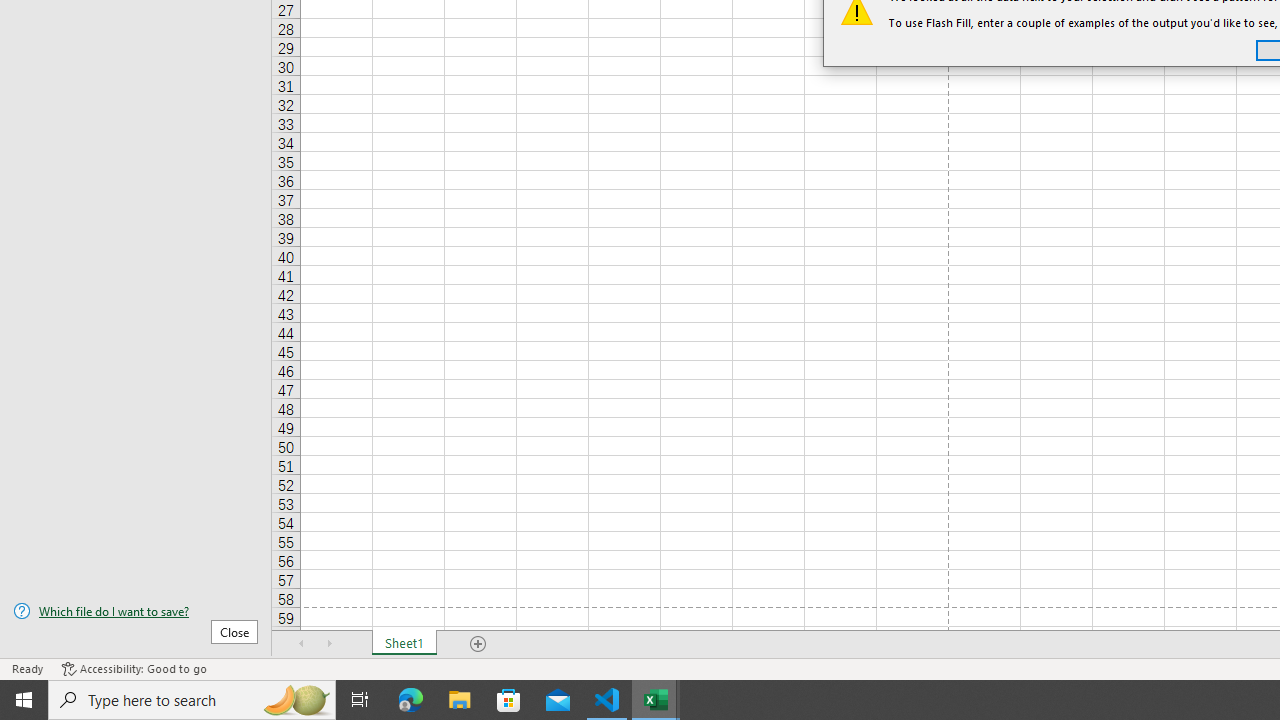 This screenshot has width=1280, height=720. Describe the element at coordinates (192, 698) in the screenshot. I see `'Type here to search'` at that location.